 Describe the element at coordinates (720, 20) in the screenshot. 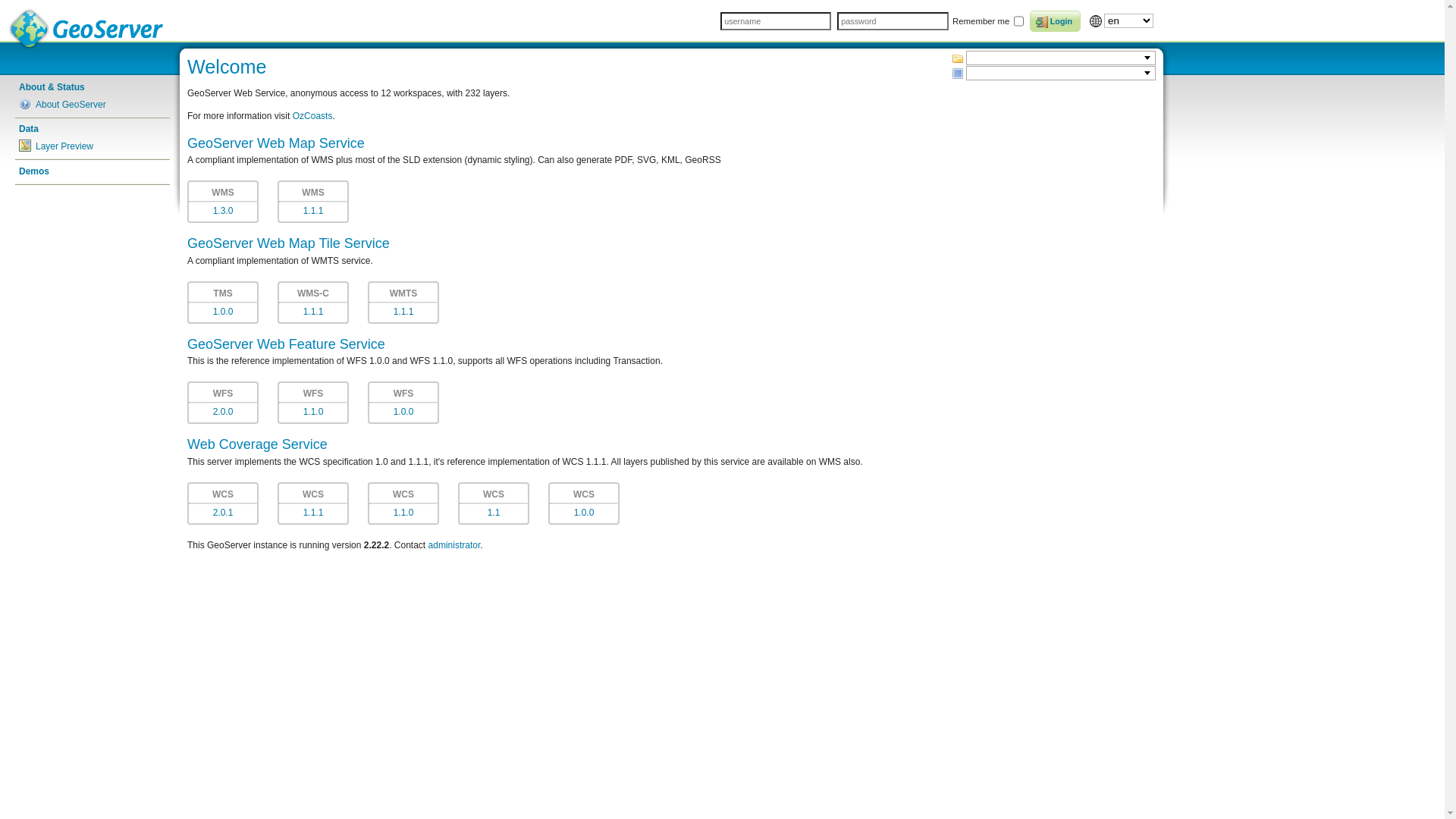

I see `'username'` at that location.